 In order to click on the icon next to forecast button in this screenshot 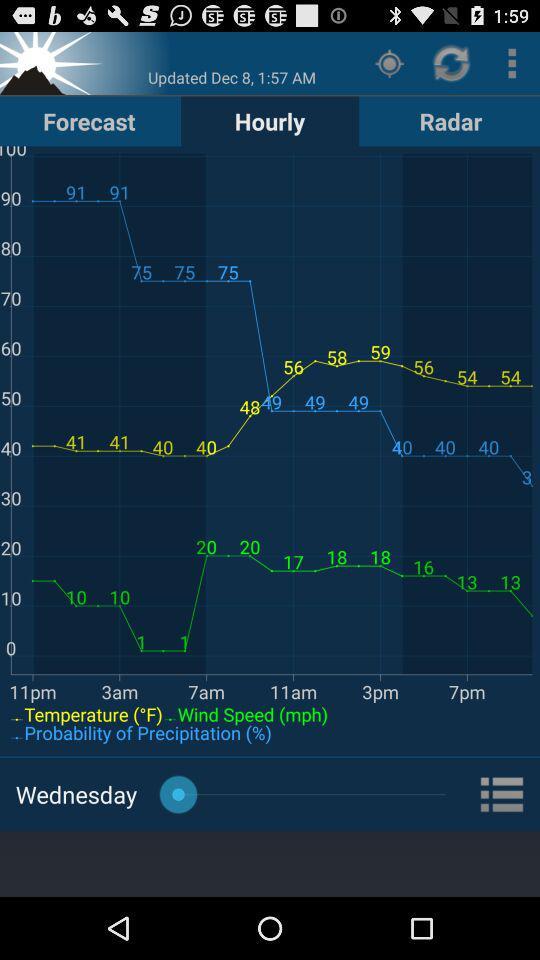, I will do `click(270, 120)`.